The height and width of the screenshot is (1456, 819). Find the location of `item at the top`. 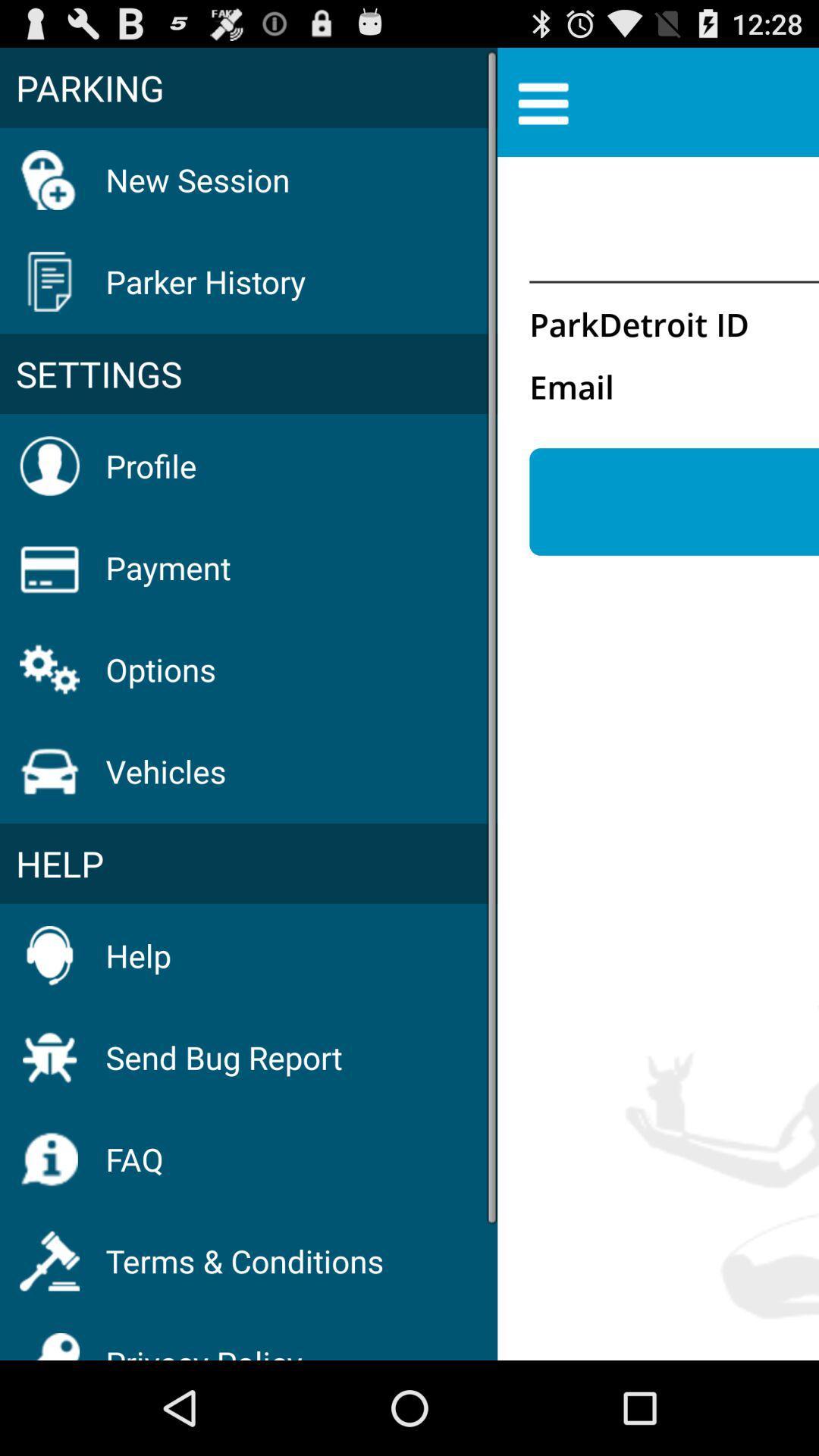

item at the top is located at coordinates (542, 101).